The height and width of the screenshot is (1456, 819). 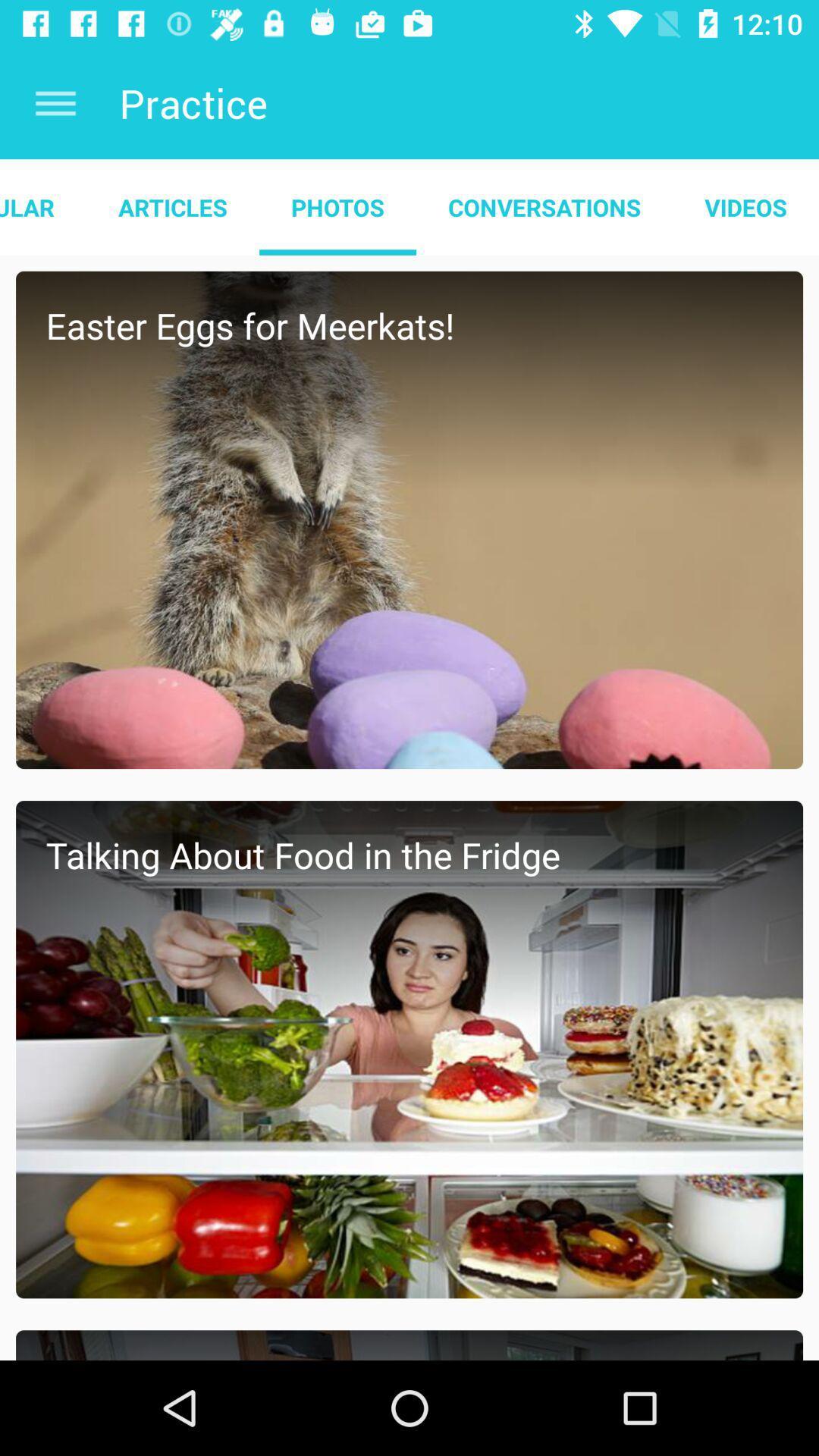 What do you see at coordinates (745, 206) in the screenshot?
I see `the videos at the top right corner` at bounding box center [745, 206].